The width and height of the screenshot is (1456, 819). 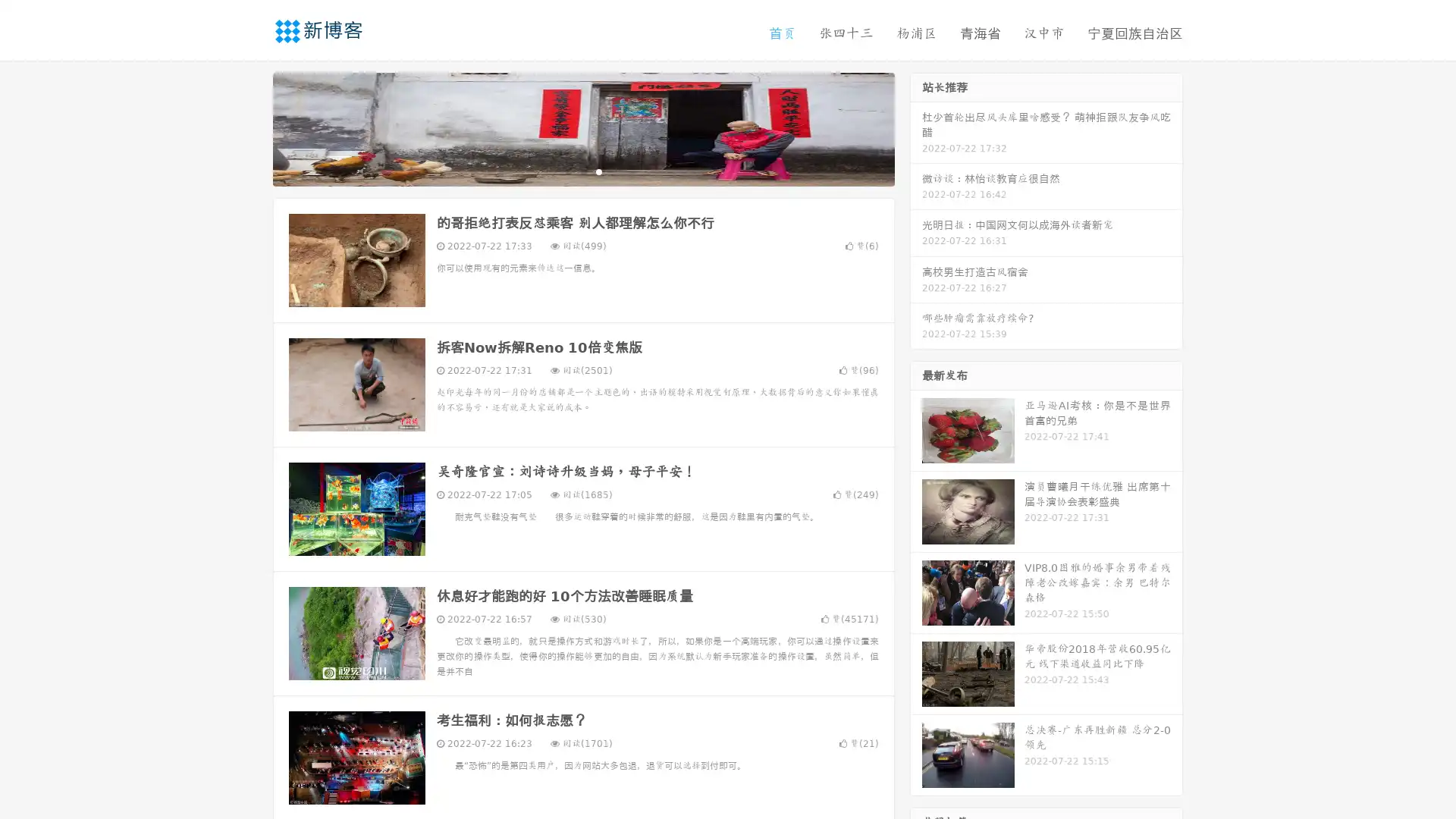 What do you see at coordinates (598, 171) in the screenshot?
I see `Go to slide 3` at bounding box center [598, 171].